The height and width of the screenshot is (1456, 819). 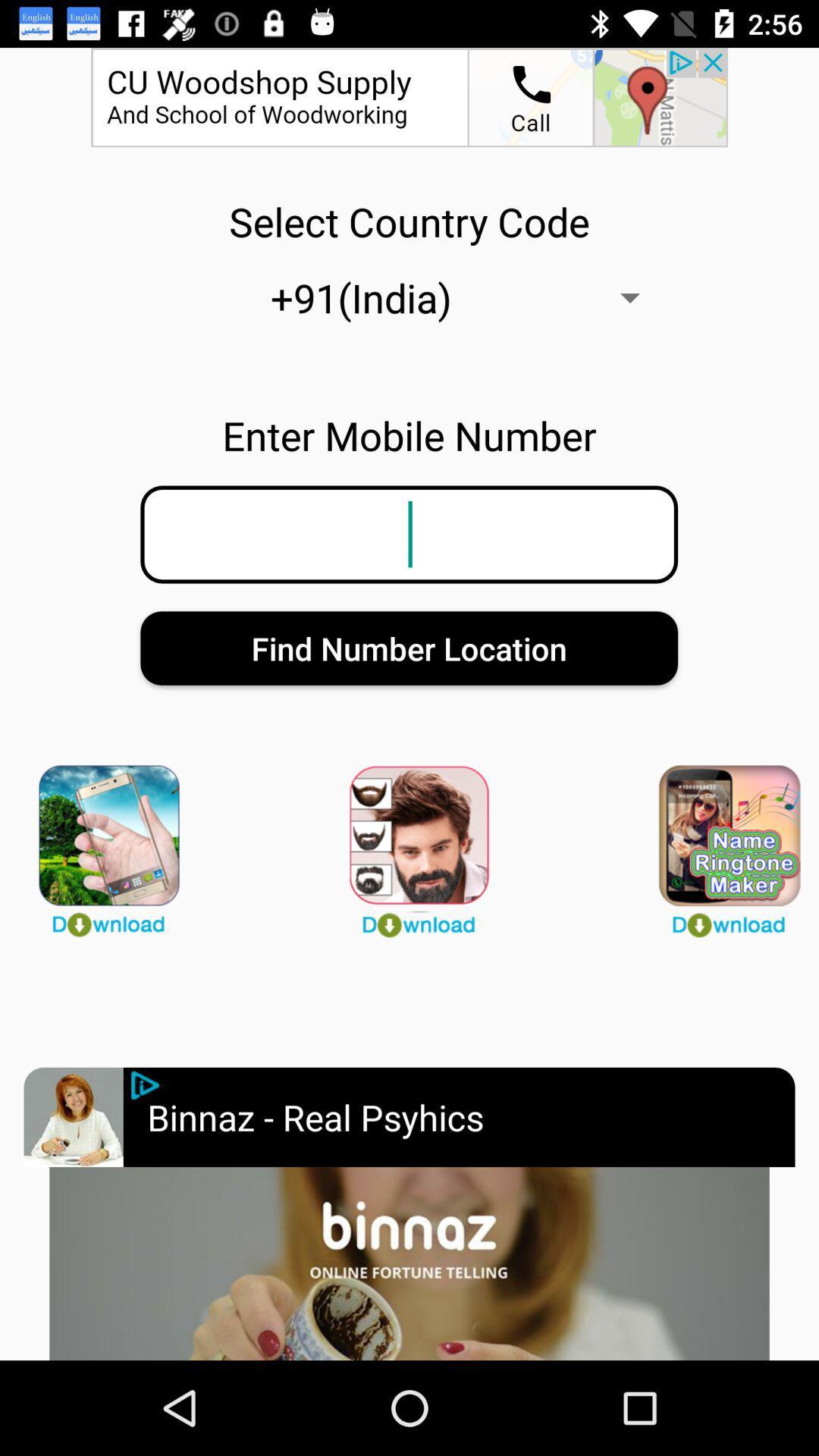 What do you see at coordinates (145, 1084) in the screenshot?
I see `advertisement` at bounding box center [145, 1084].